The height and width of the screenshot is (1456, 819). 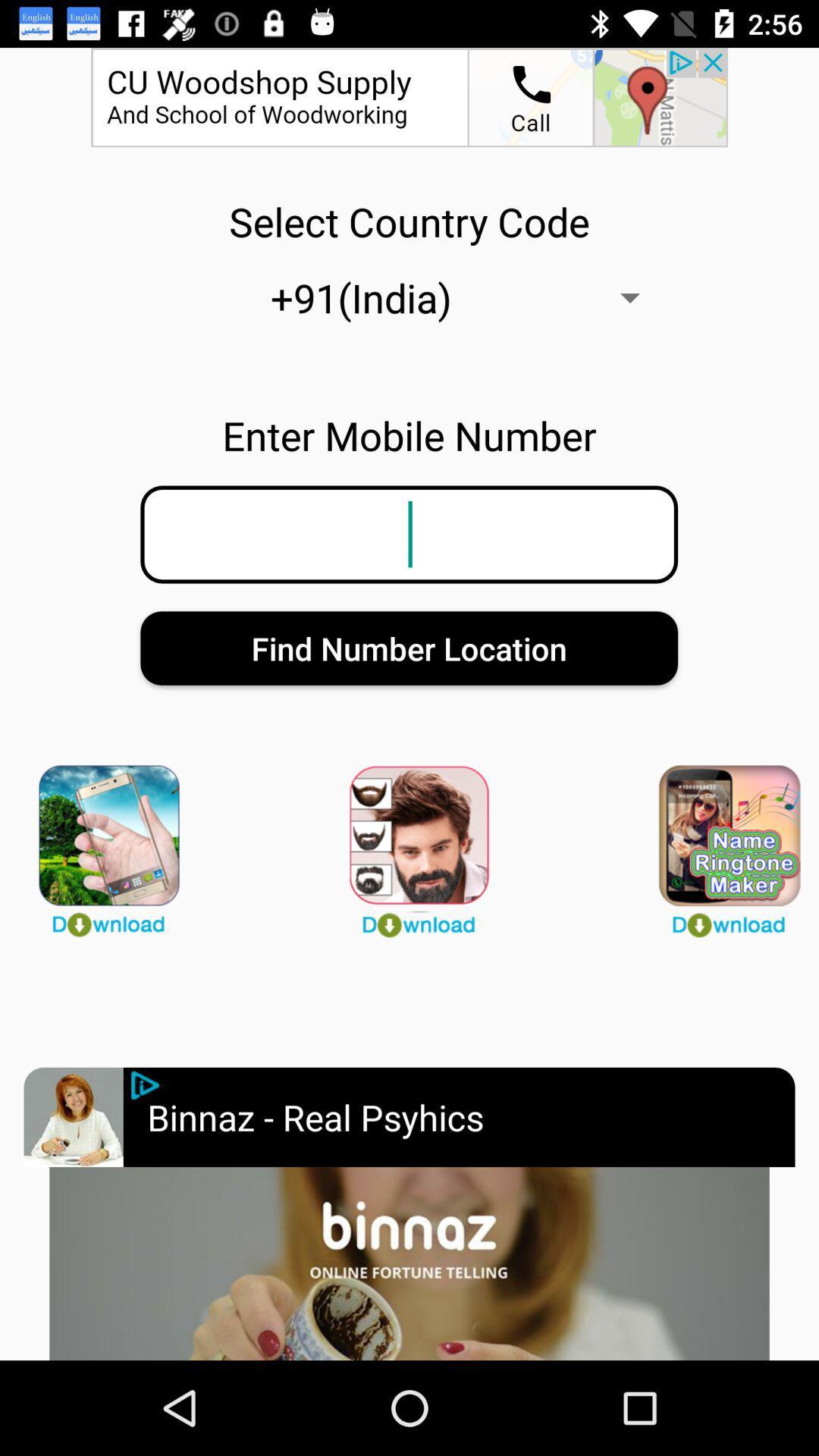 What do you see at coordinates (145, 1084) in the screenshot?
I see `advertisement` at bounding box center [145, 1084].